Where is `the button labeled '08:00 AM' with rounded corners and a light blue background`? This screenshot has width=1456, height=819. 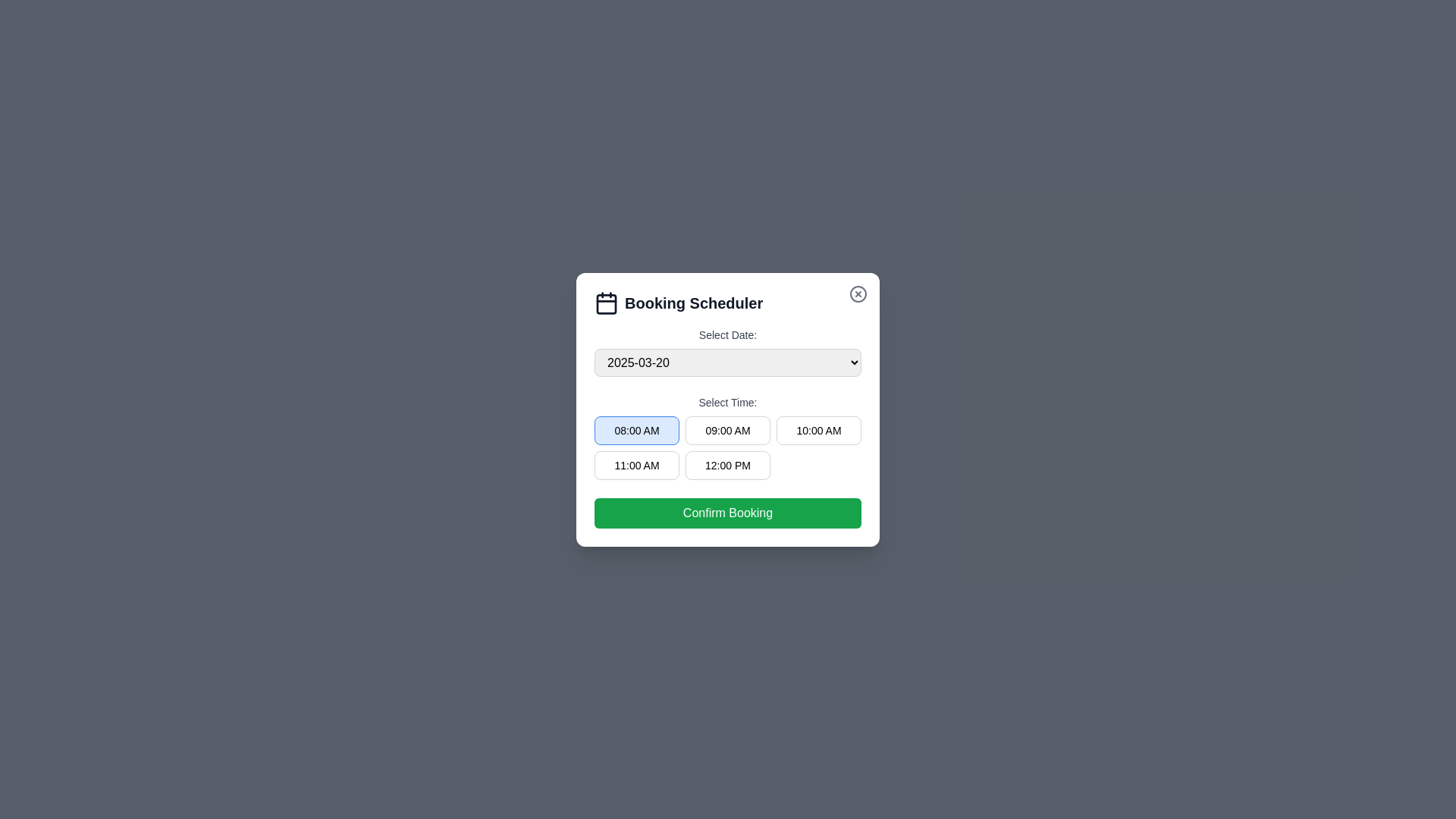 the button labeled '08:00 AM' with rounded corners and a light blue background is located at coordinates (637, 430).